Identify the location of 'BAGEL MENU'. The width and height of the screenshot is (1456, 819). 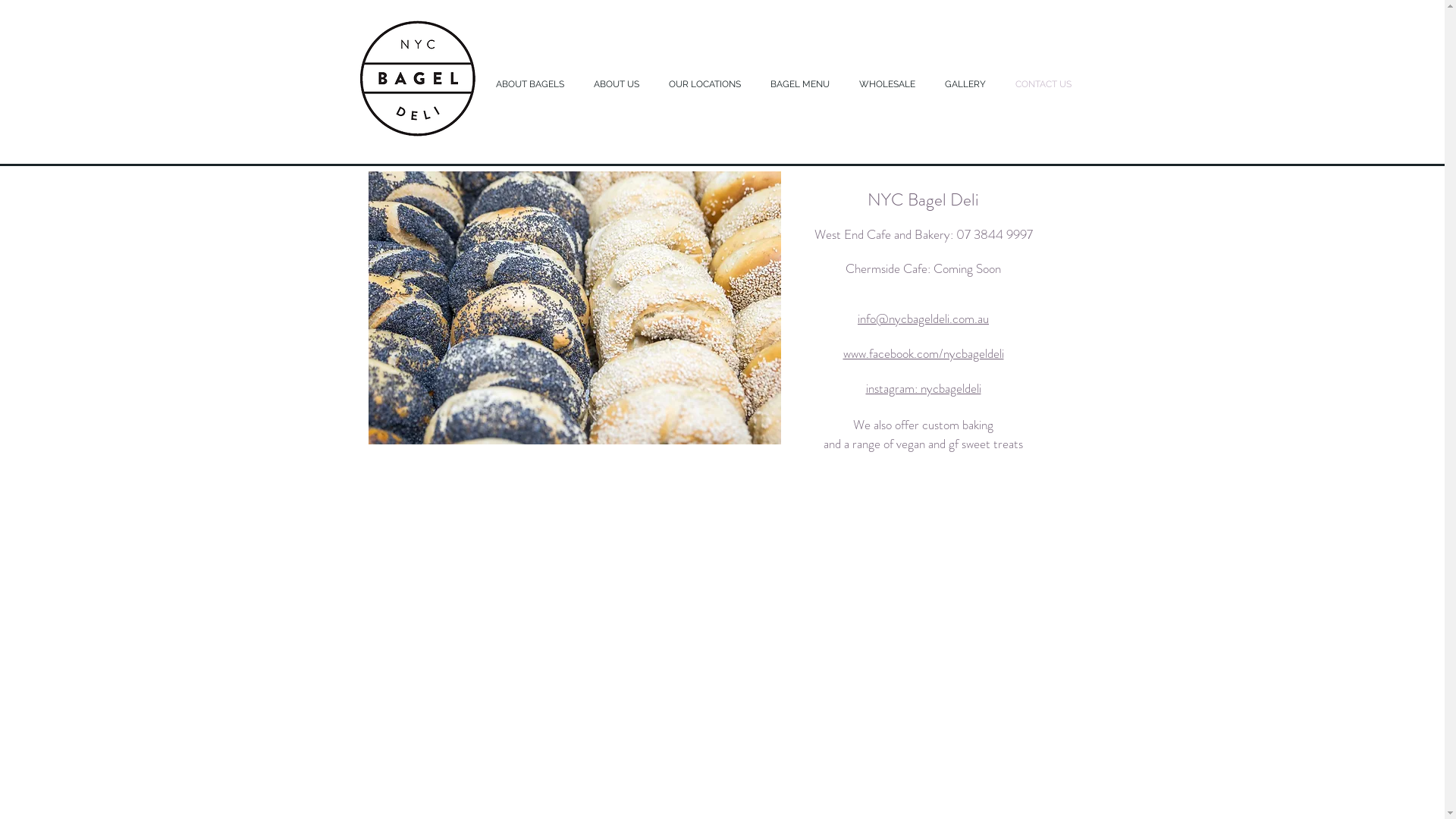
(802, 84).